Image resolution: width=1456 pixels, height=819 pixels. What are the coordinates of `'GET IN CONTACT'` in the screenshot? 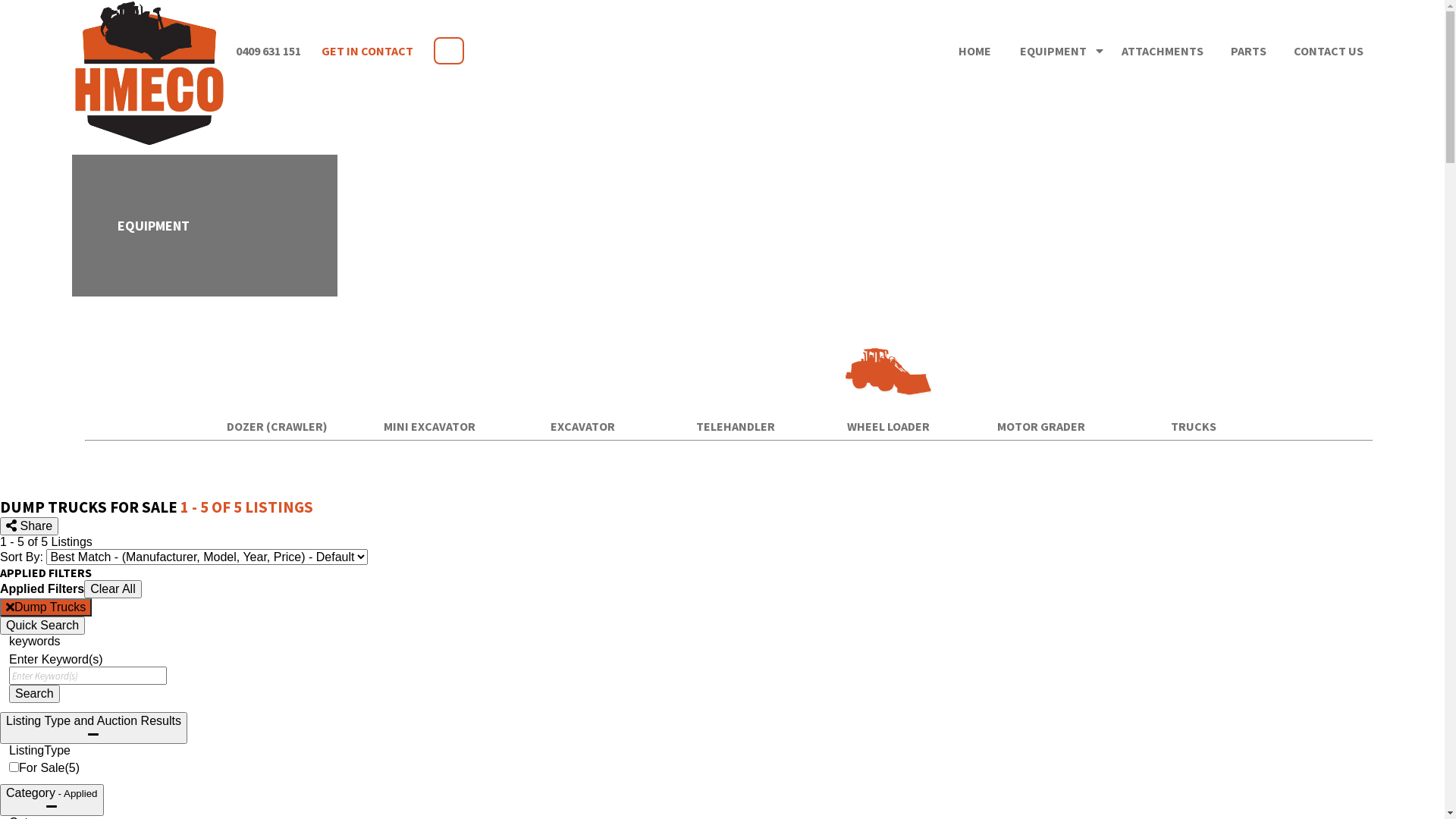 It's located at (367, 49).